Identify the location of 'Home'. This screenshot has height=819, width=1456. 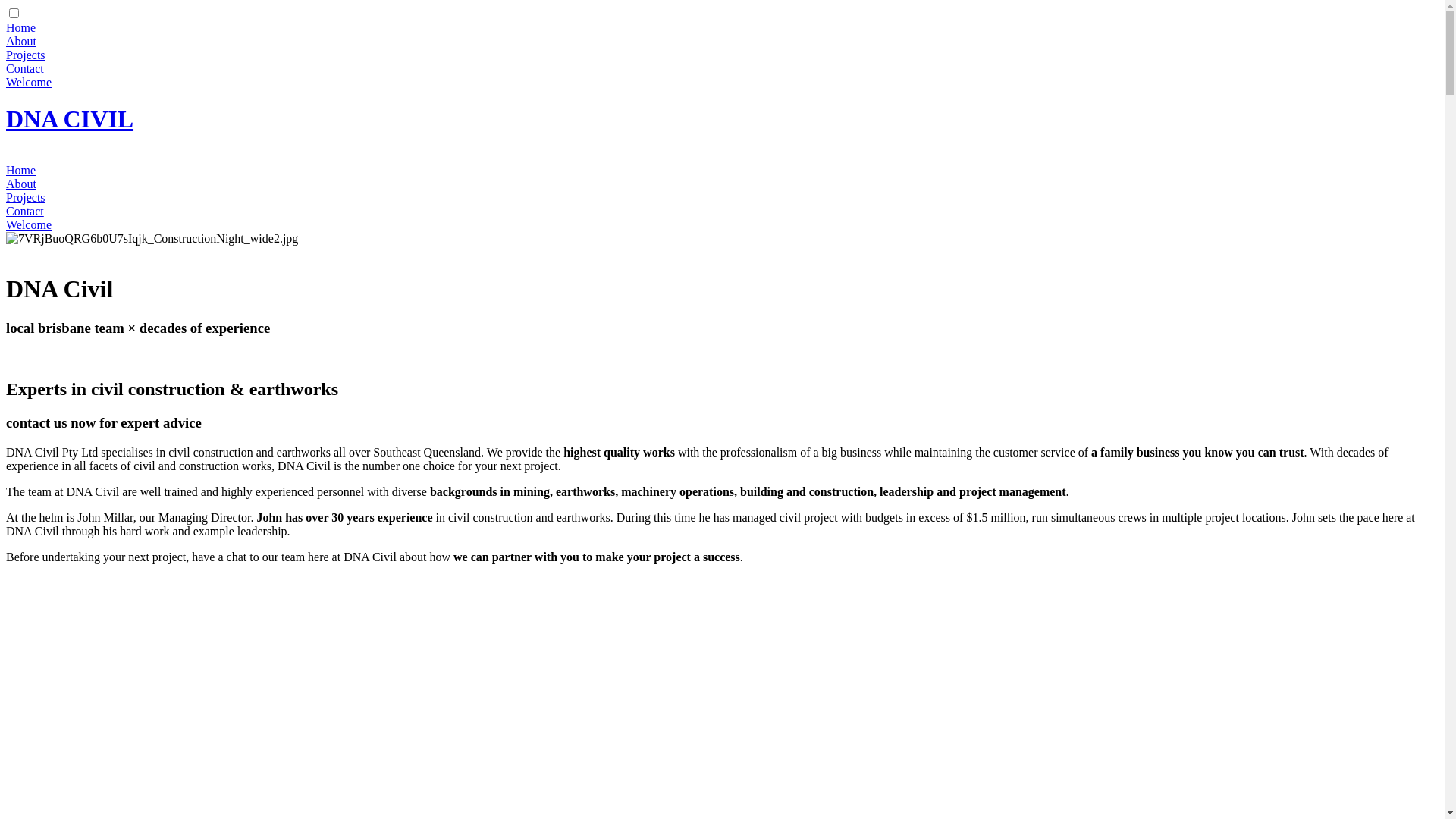
(20, 170).